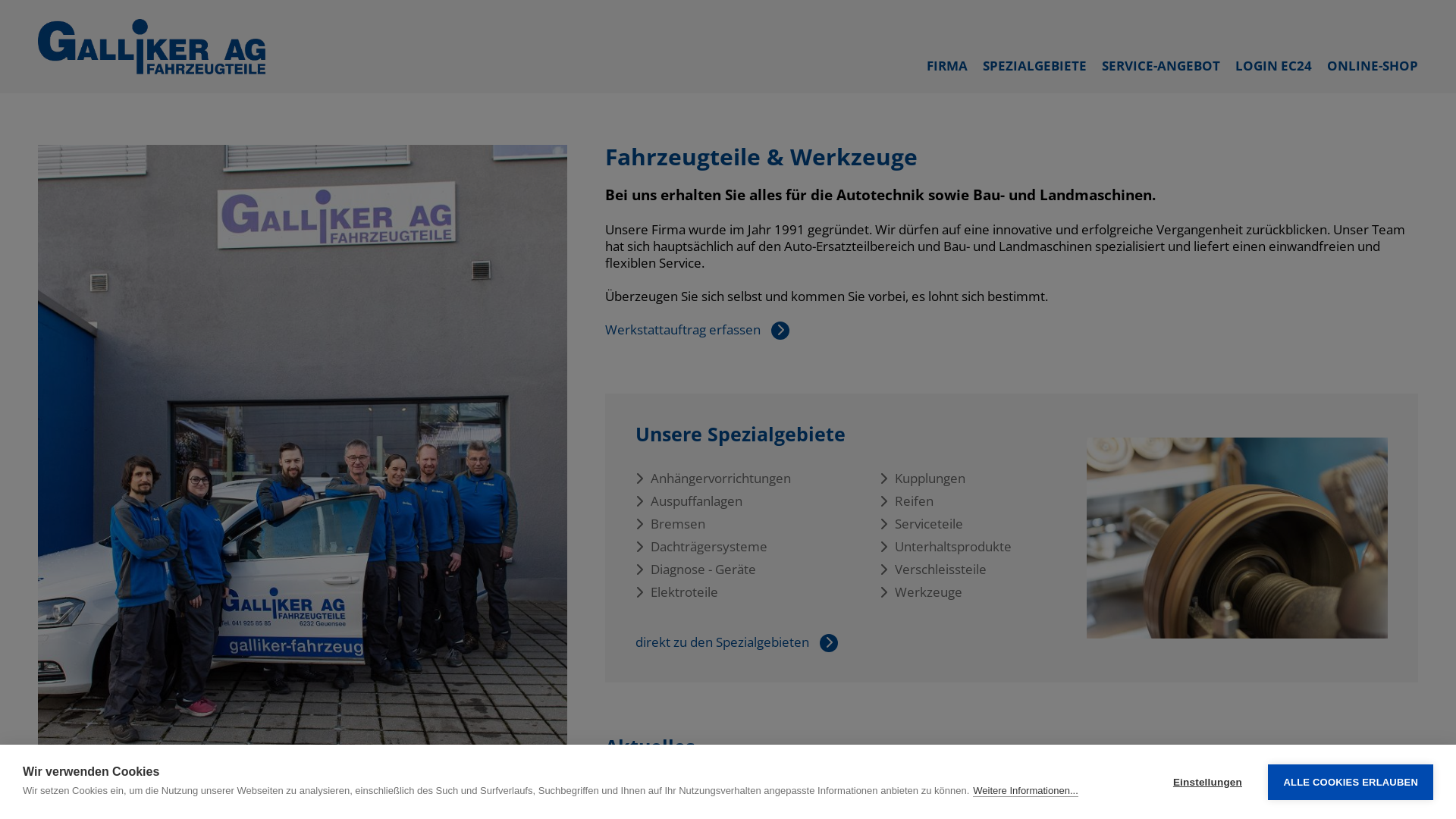  Describe the element at coordinates (152, 45) in the screenshot. I see `'Galliker Fahrzeugteile'` at that location.